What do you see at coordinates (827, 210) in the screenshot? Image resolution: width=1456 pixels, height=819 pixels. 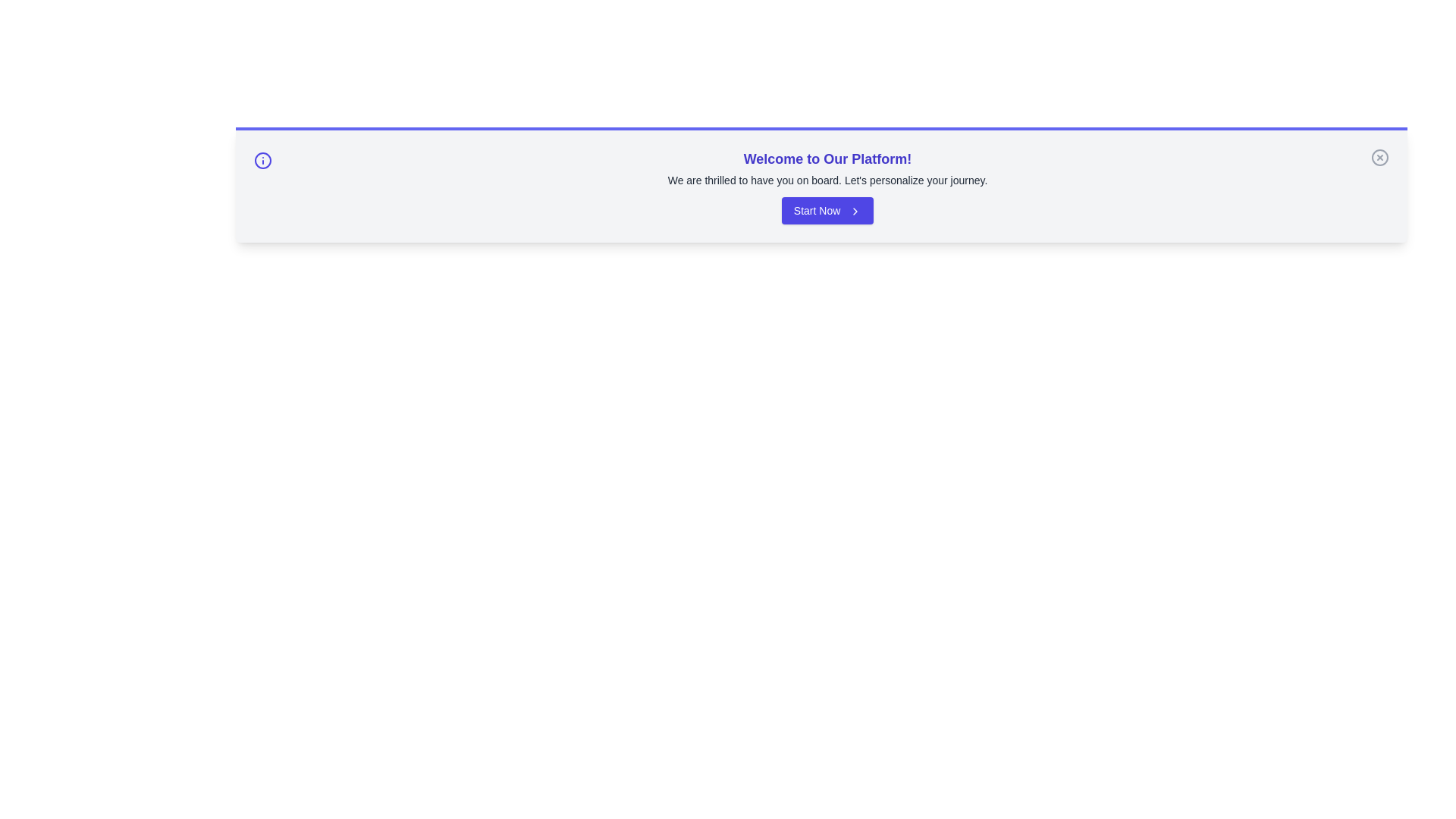 I see `the 'Start Now' button to proceed` at bounding box center [827, 210].